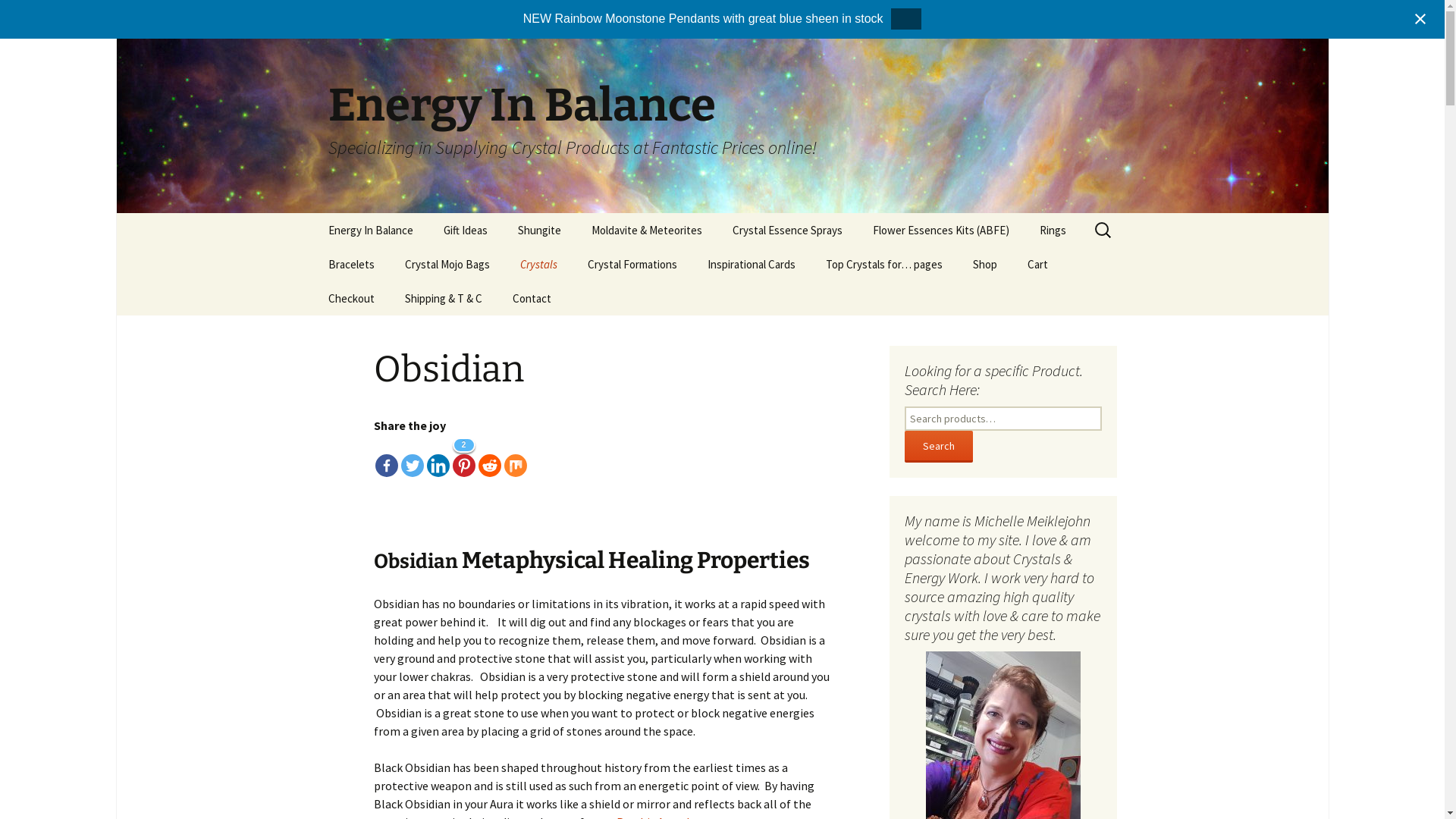 The width and height of the screenshot is (1456, 819). What do you see at coordinates (632, 263) in the screenshot?
I see `'Crystal Formations'` at bounding box center [632, 263].